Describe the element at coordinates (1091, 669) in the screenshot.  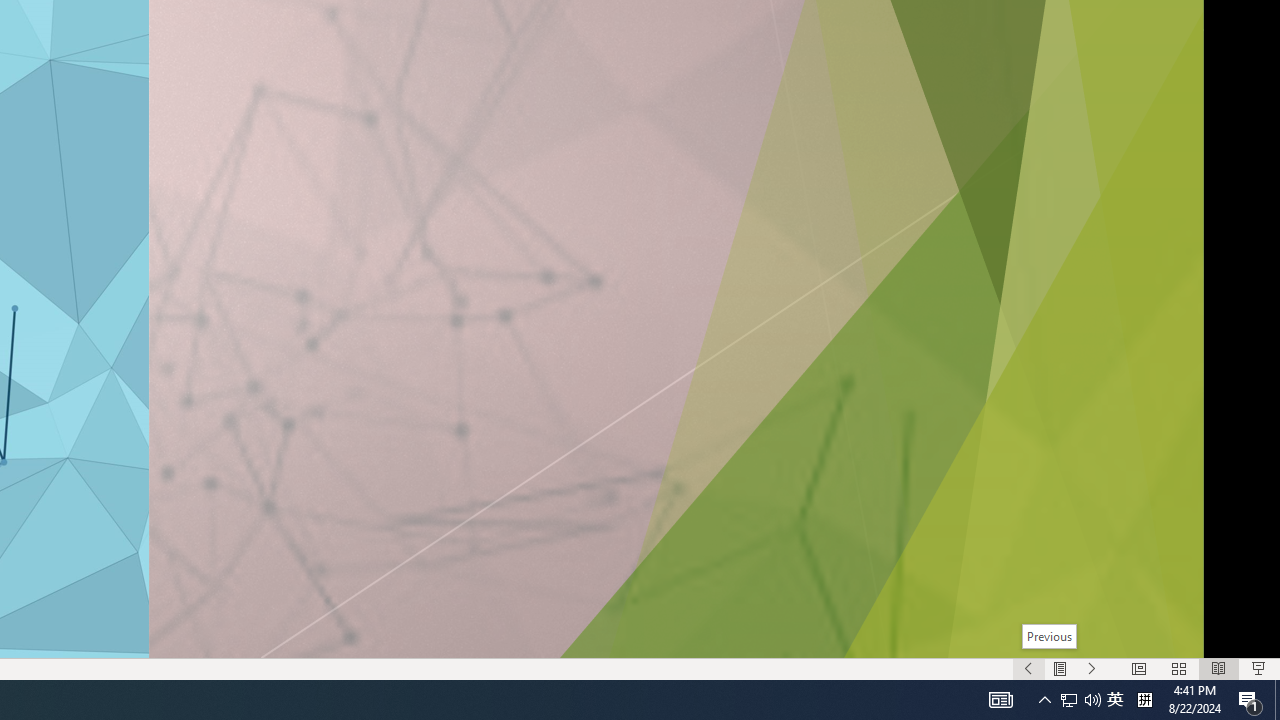
I see `'Slide Show Next On'` at that location.